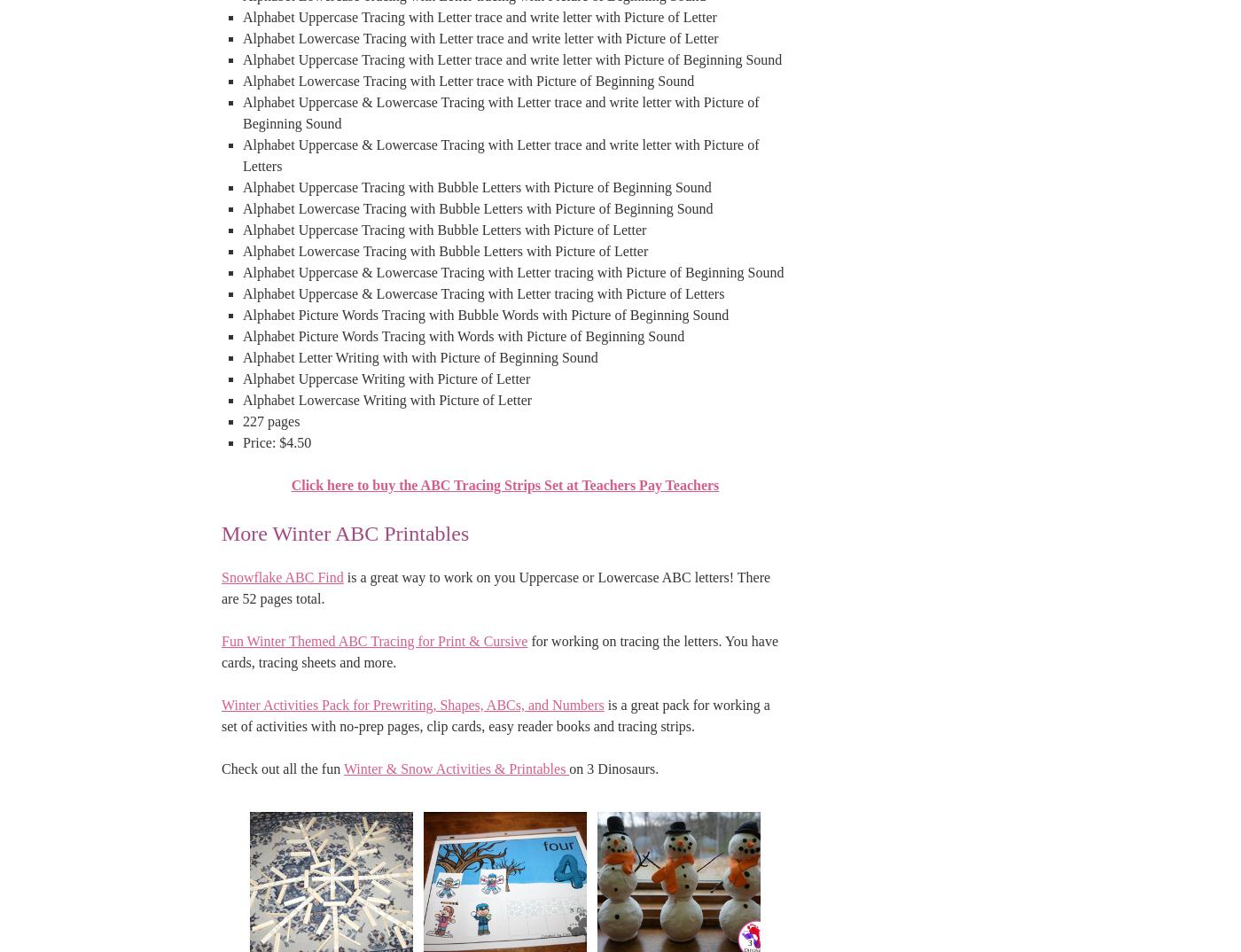 This screenshot has width=1241, height=952. I want to click on 'Alphabet Lowercase Tracing with Bubble Letters with Picture of Letter', so click(445, 250).